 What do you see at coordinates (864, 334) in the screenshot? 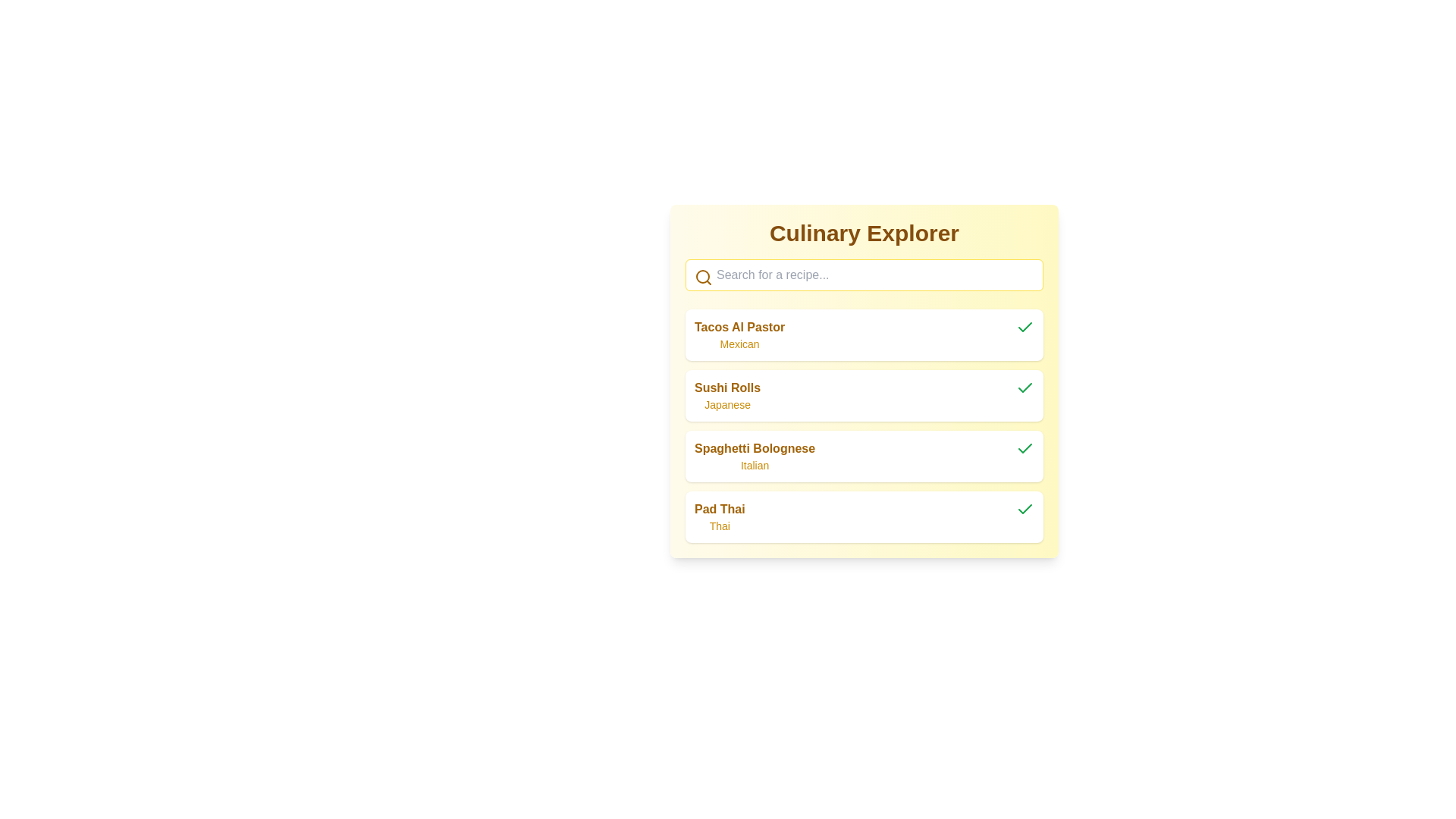
I see `the first card in the vertically stacked menu` at bounding box center [864, 334].